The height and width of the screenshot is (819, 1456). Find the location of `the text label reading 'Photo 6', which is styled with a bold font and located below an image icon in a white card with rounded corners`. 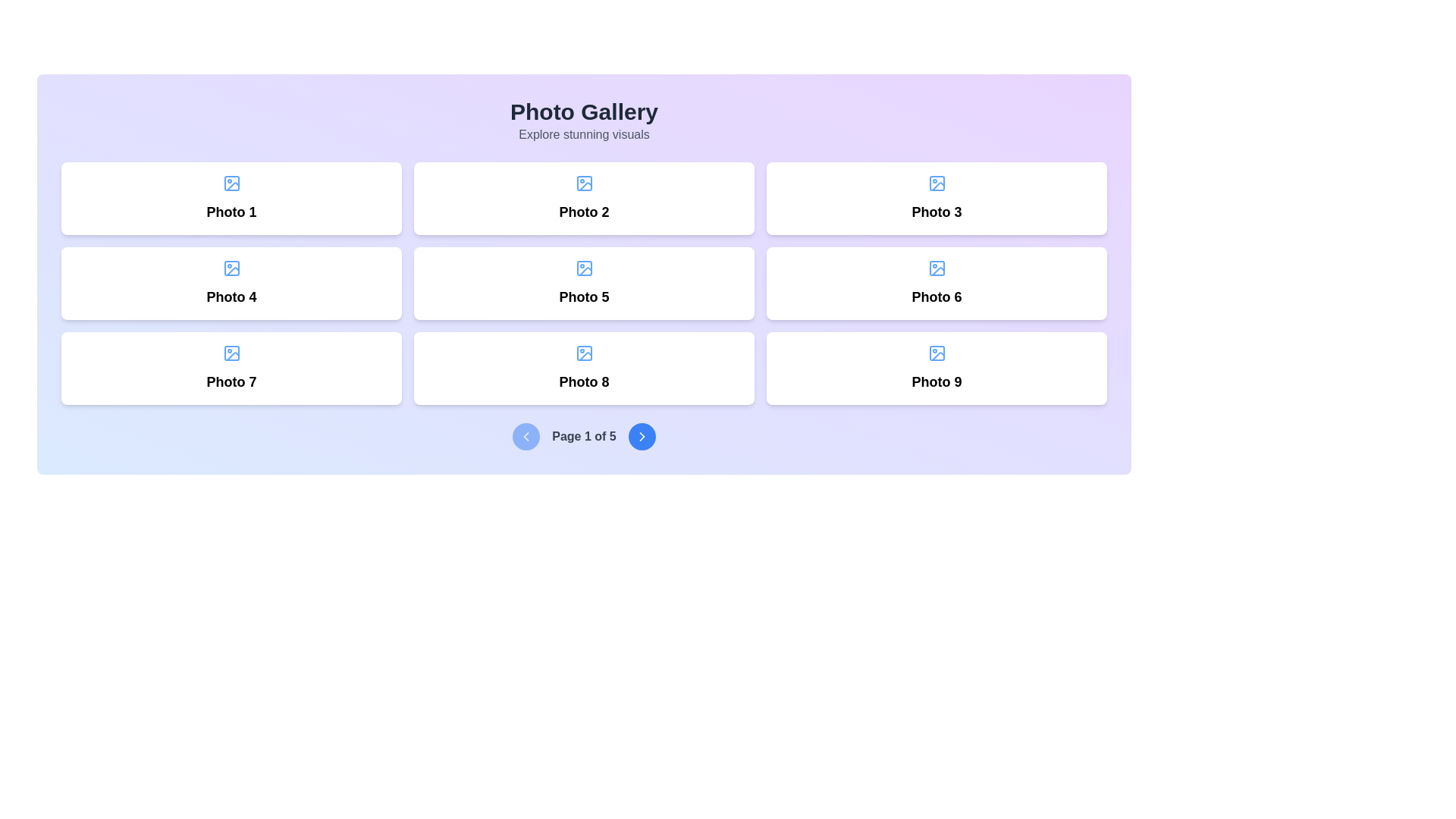

the text label reading 'Photo 6', which is styled with a bold font and located below an image icon in a white card with rounded corners is located at coordinates (936, 297).